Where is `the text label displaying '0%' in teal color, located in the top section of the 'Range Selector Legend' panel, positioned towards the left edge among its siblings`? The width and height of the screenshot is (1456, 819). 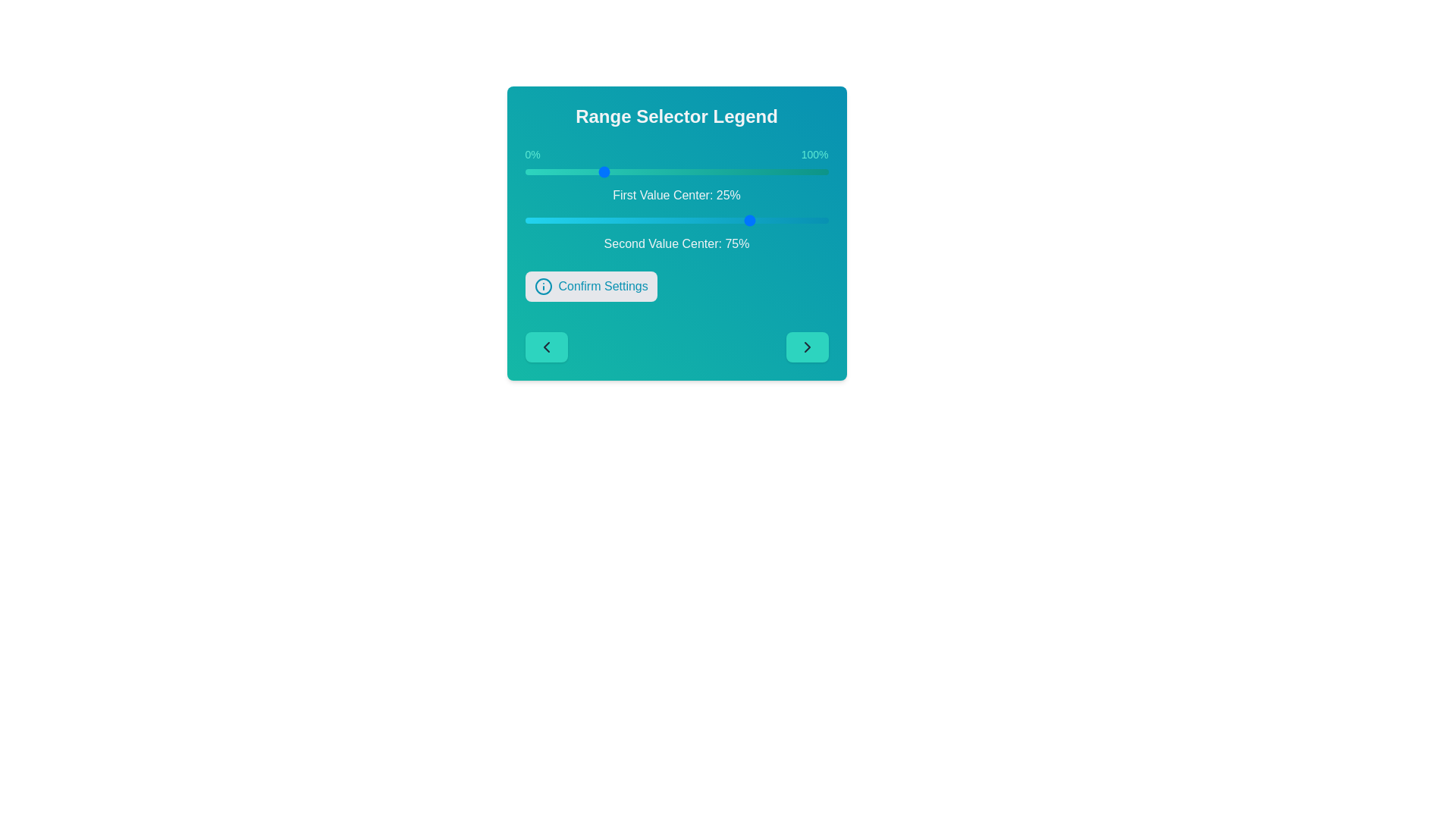
the text label displaying '0%' in teal color, located in the top section of the 'Range Selector Legend' panel, positioned towards the left edge among its siblings is located at coordinates (532, 155).